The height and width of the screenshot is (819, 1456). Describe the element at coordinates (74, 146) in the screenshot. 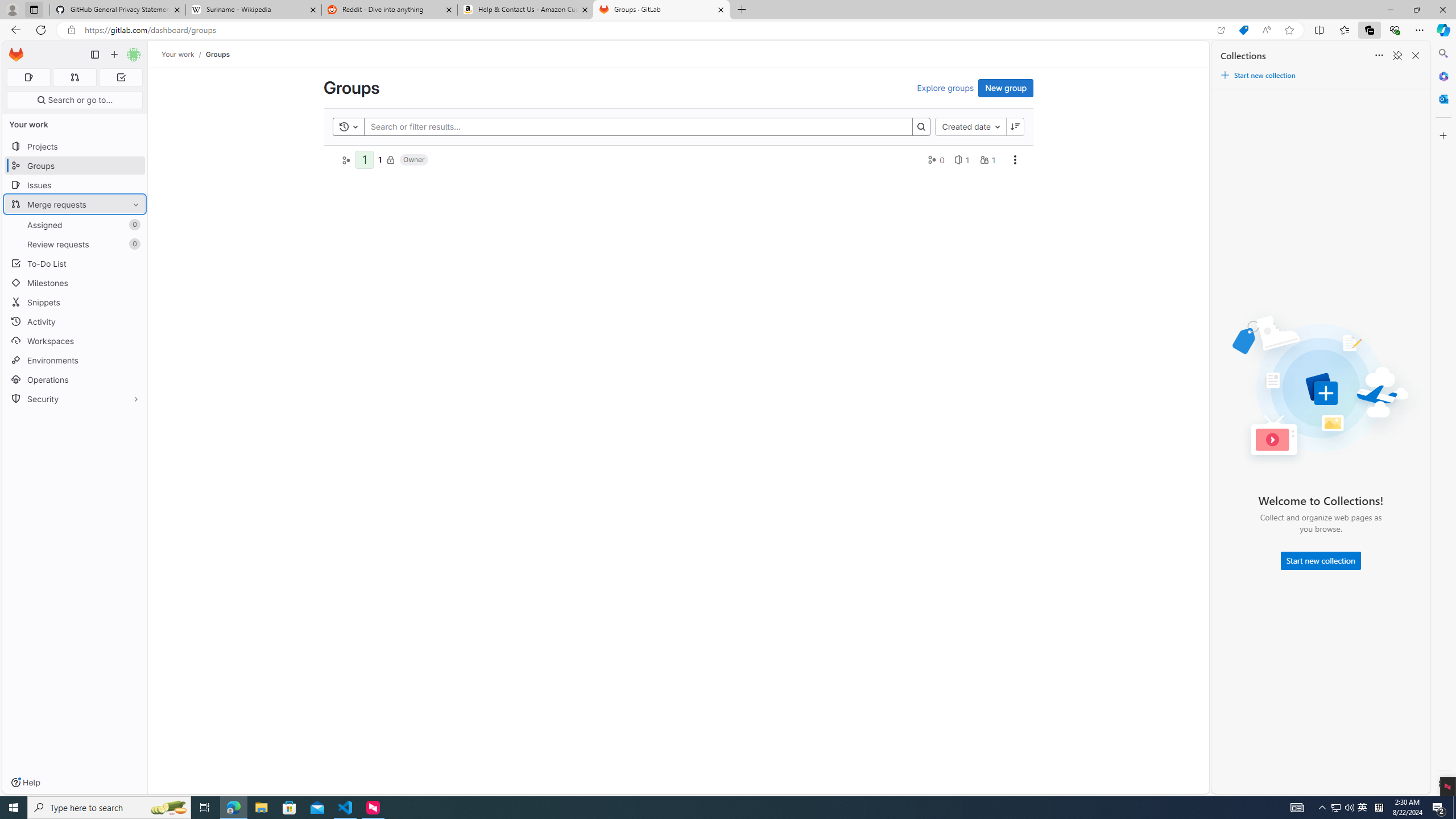

I see `'Projects'` at that location.